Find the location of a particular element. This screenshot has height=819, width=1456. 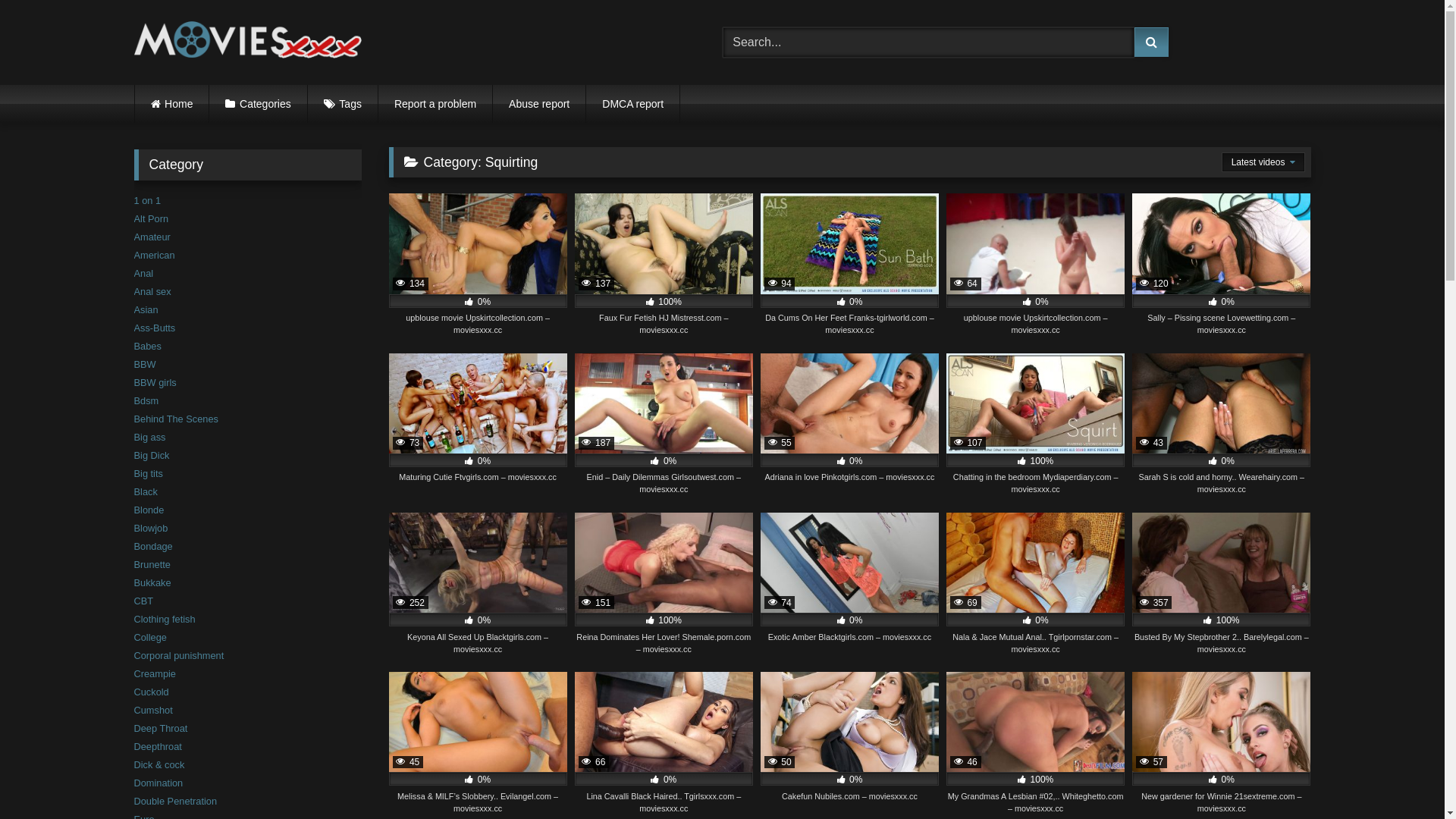

'Home' is located at coordinates (171, 103).